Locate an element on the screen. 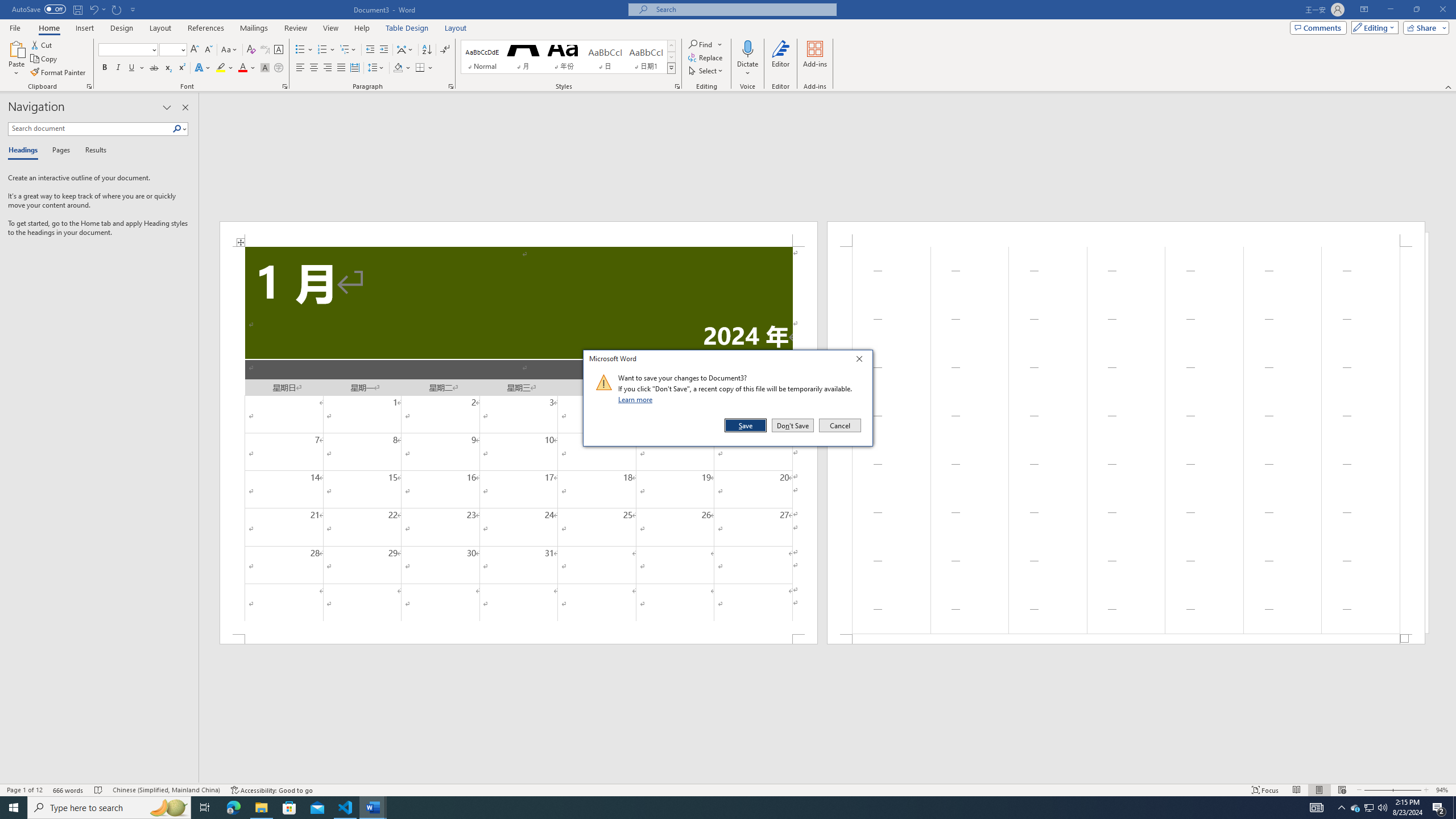 The height and width of the screenshot is (819, 1456). 'Change Case' is located at coordinates (229, 49).